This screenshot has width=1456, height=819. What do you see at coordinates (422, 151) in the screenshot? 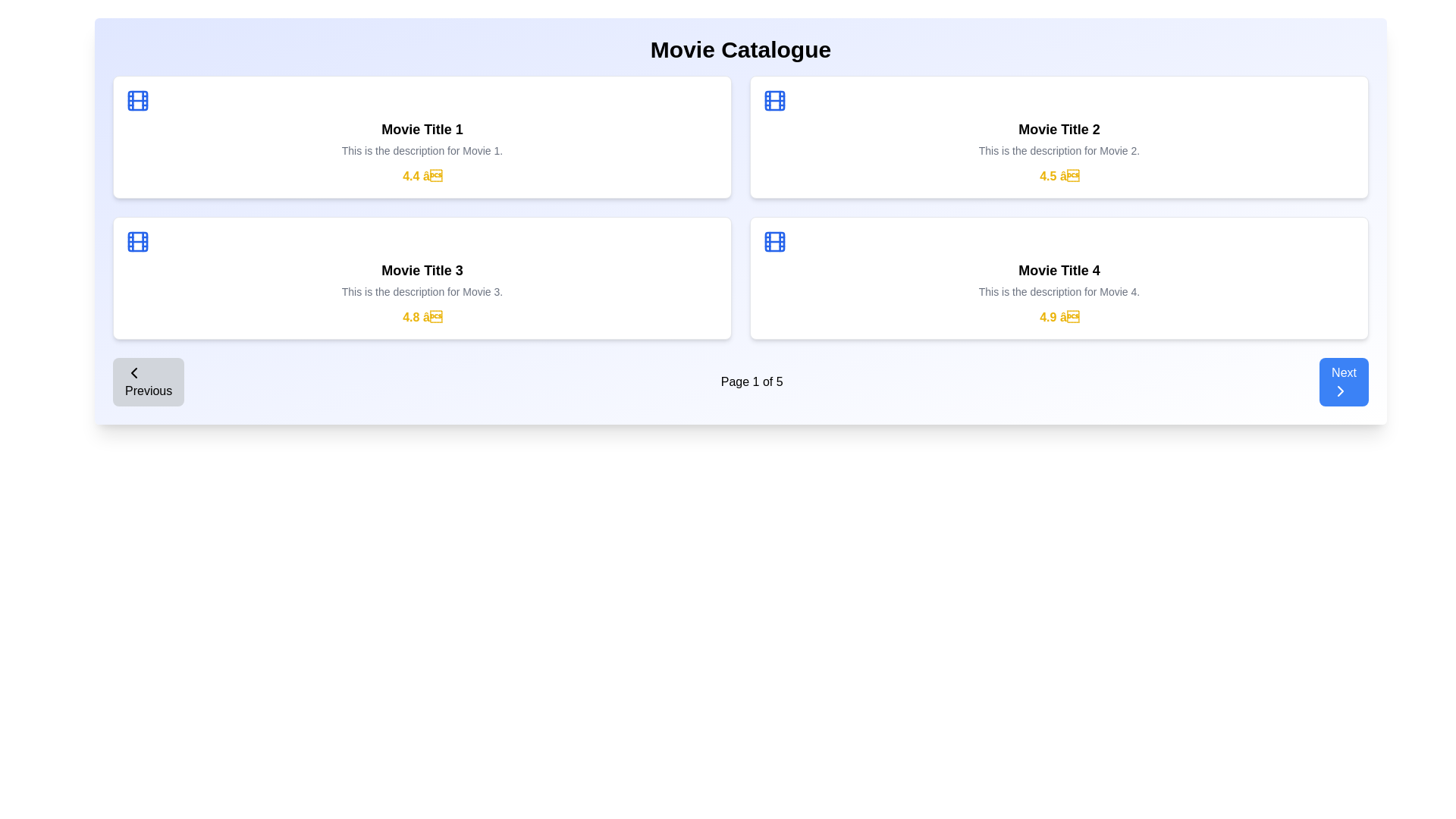
I see `the text element containing 'This is the description for Movie 1.' which is styled in a small, gray font and located underneath the title text 'Movie Title 1' within the top-left white card of the 2x2 grid layout` at bounding box center [422, 151].